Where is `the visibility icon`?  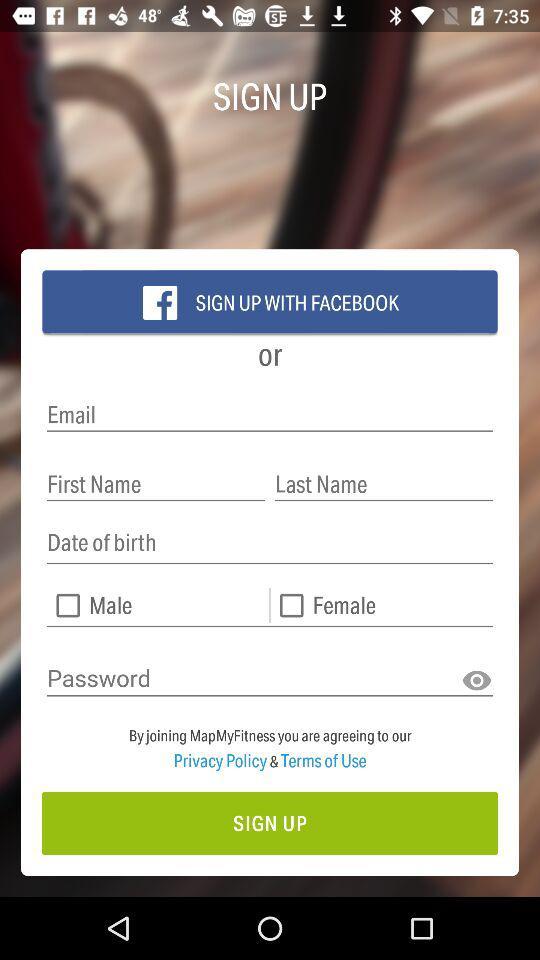 the visibility icon is located at coordinates (475, 681).